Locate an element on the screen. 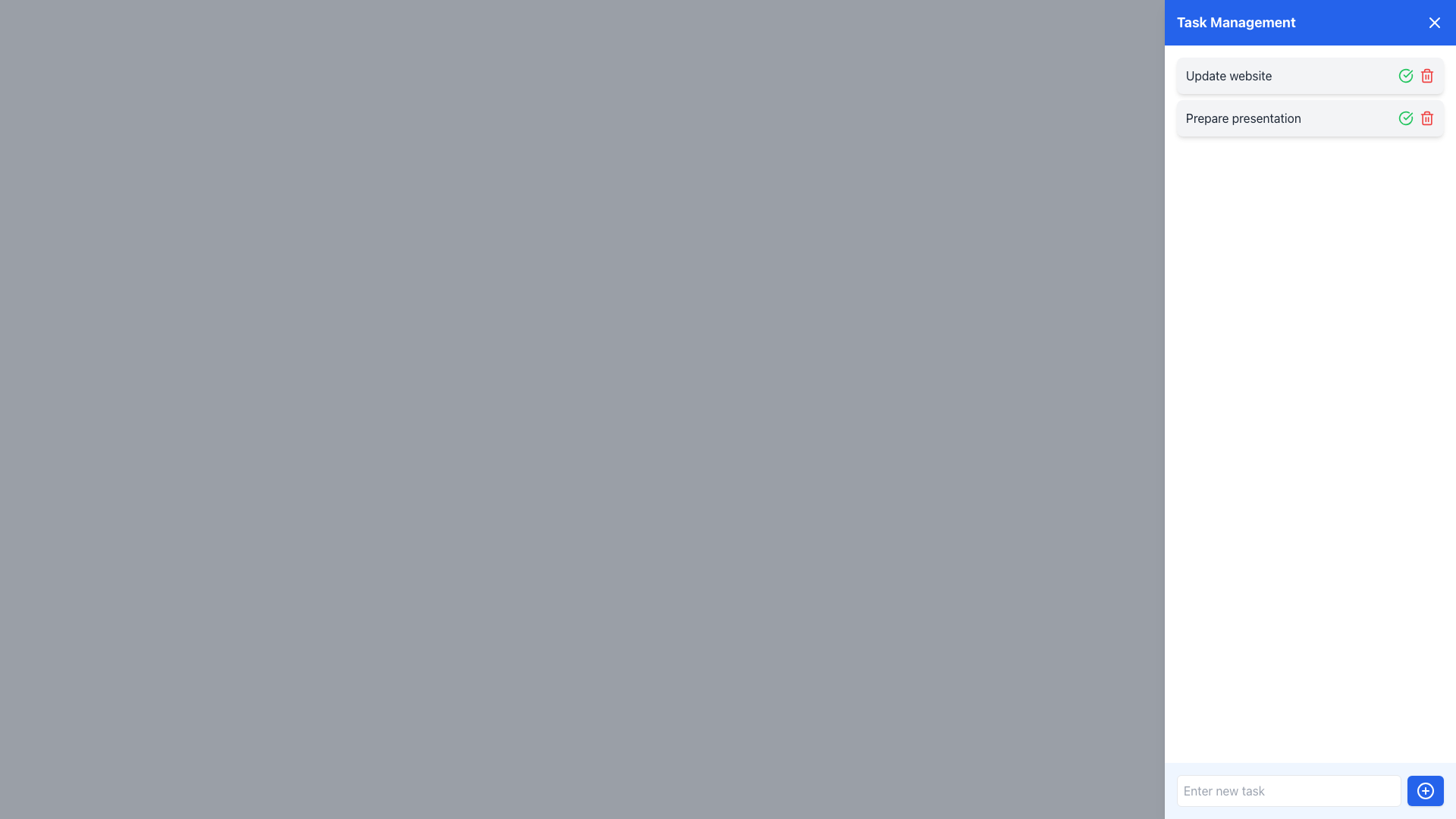  the small 'X' button located at the top-right corner of the blue header bar labeled 'Task Management' is located at coordinates (1433, 23).